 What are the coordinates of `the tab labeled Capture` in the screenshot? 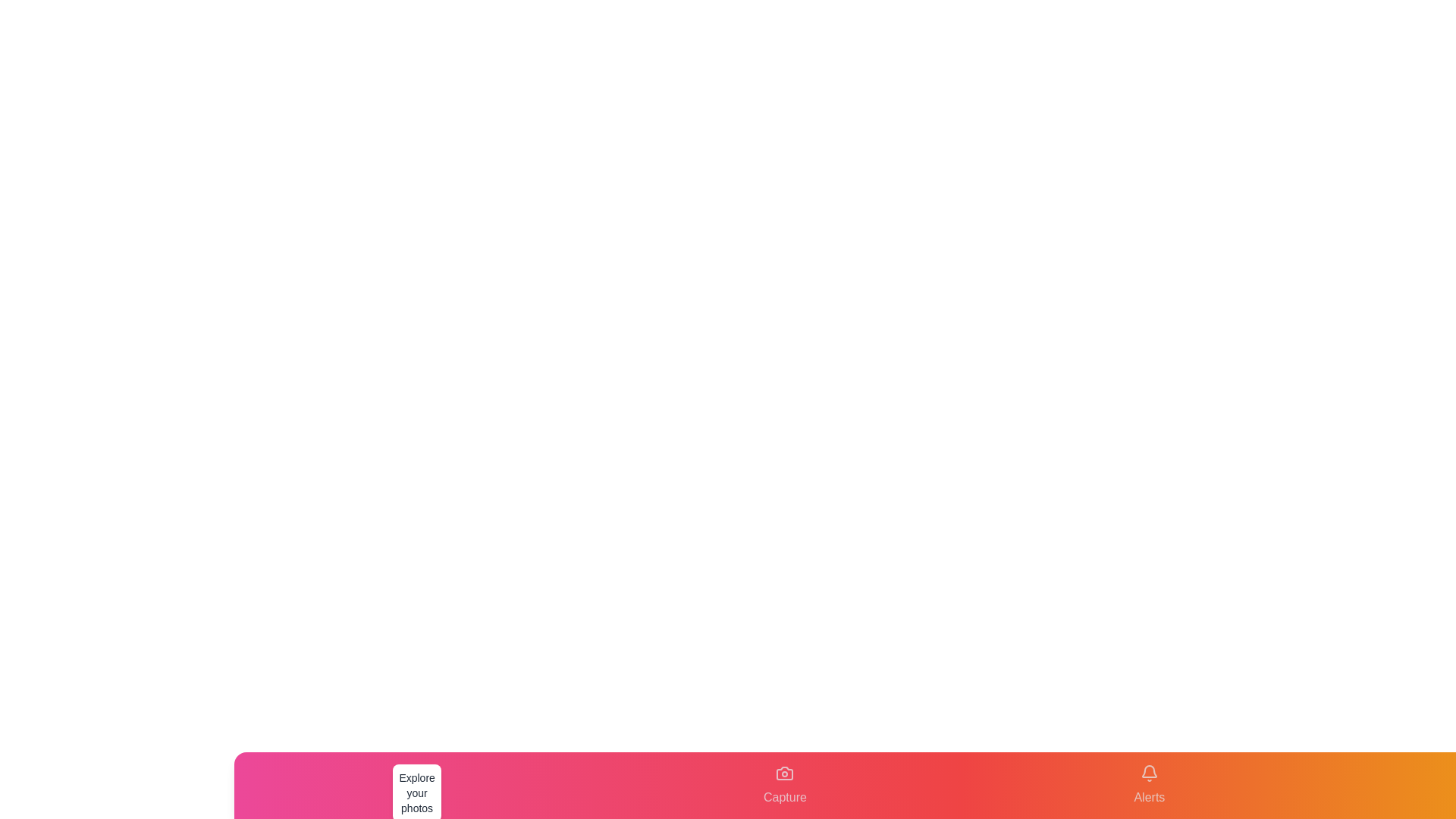 It's located at (785, 785).